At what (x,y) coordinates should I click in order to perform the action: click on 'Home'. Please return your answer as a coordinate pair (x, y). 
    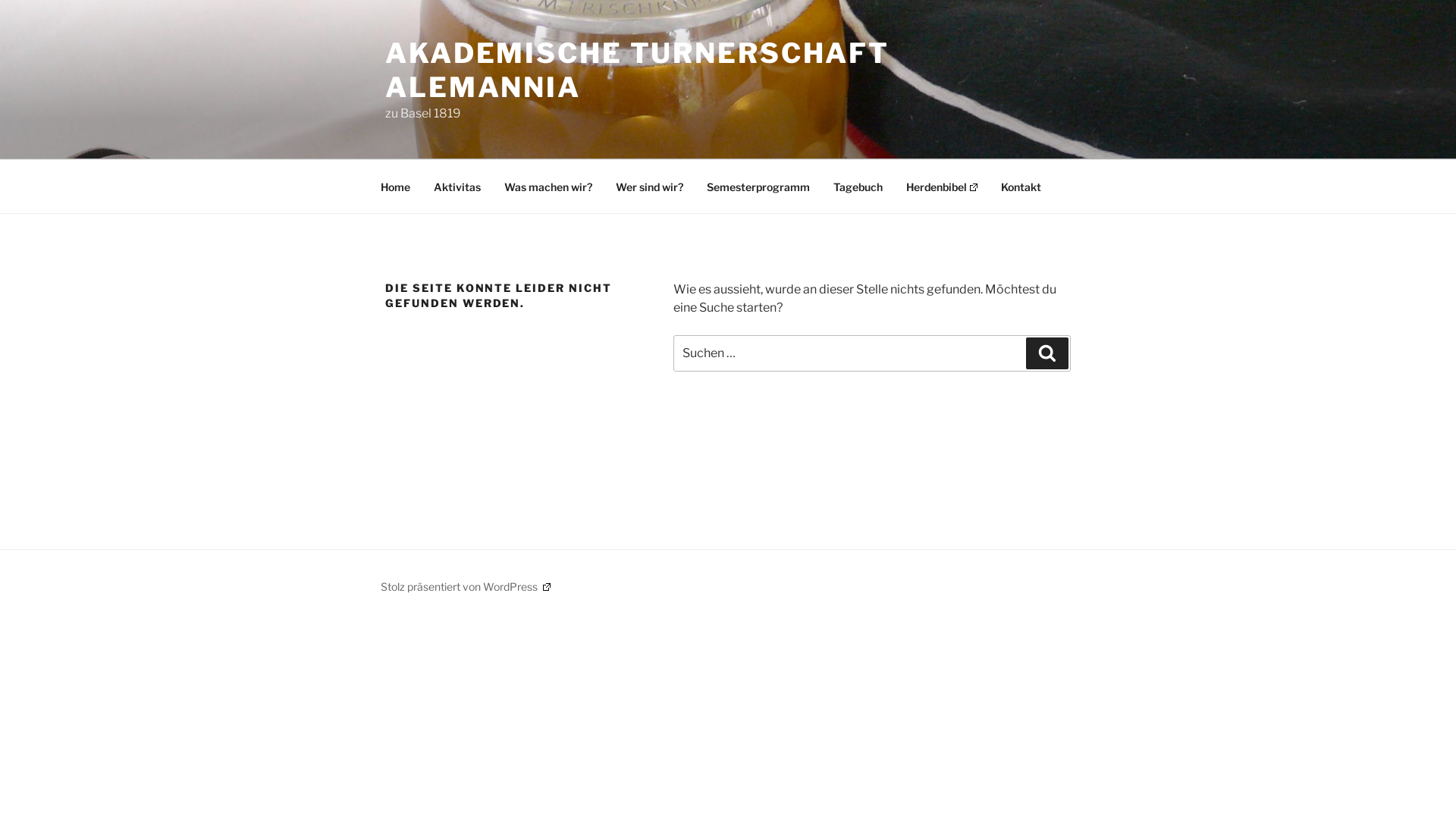
    Looking at the image, I should click on (395, 186).